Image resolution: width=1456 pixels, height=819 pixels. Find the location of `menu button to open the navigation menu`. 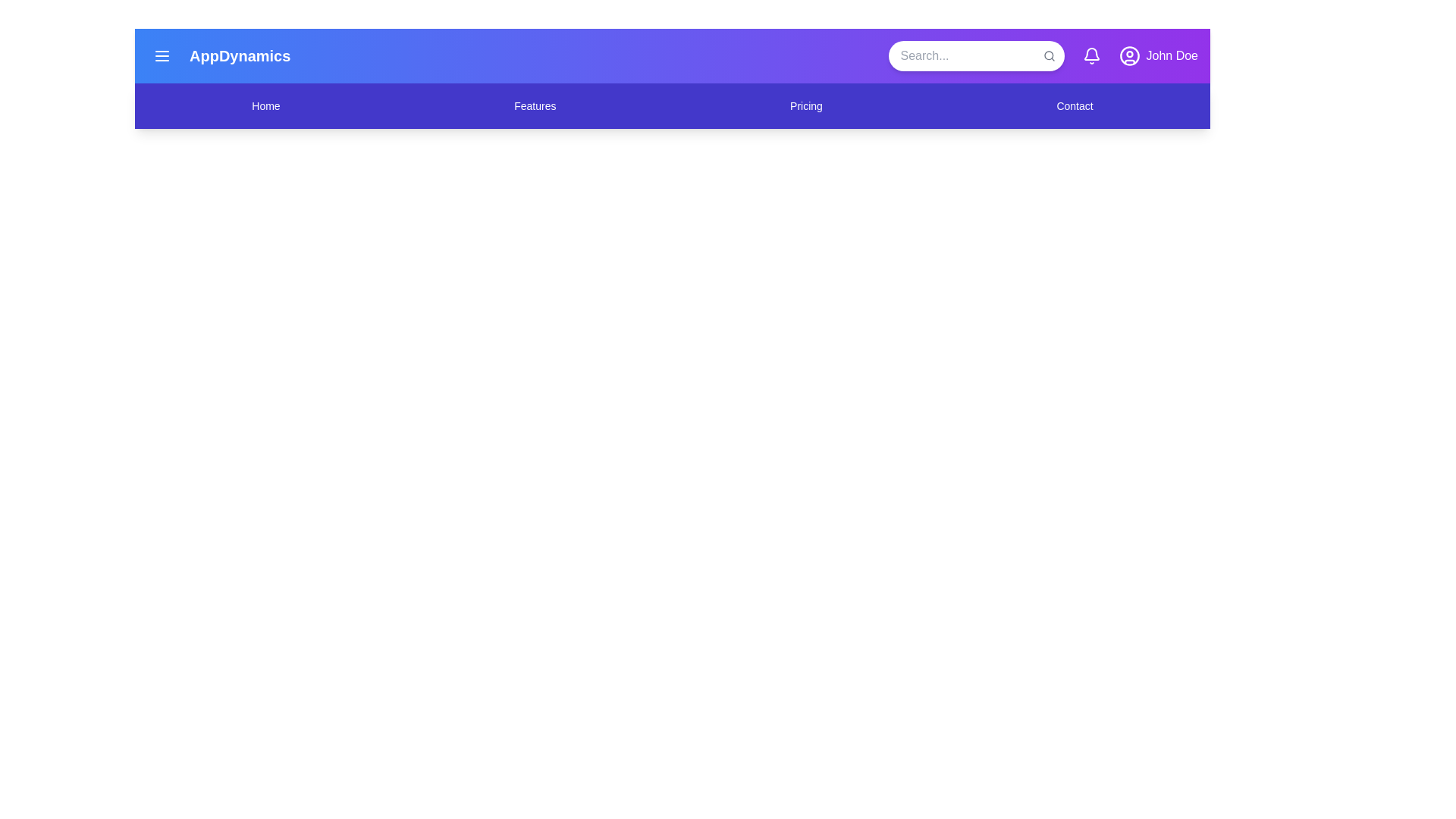

menu button to open the navigation menu is located at coordinates (162, 55).